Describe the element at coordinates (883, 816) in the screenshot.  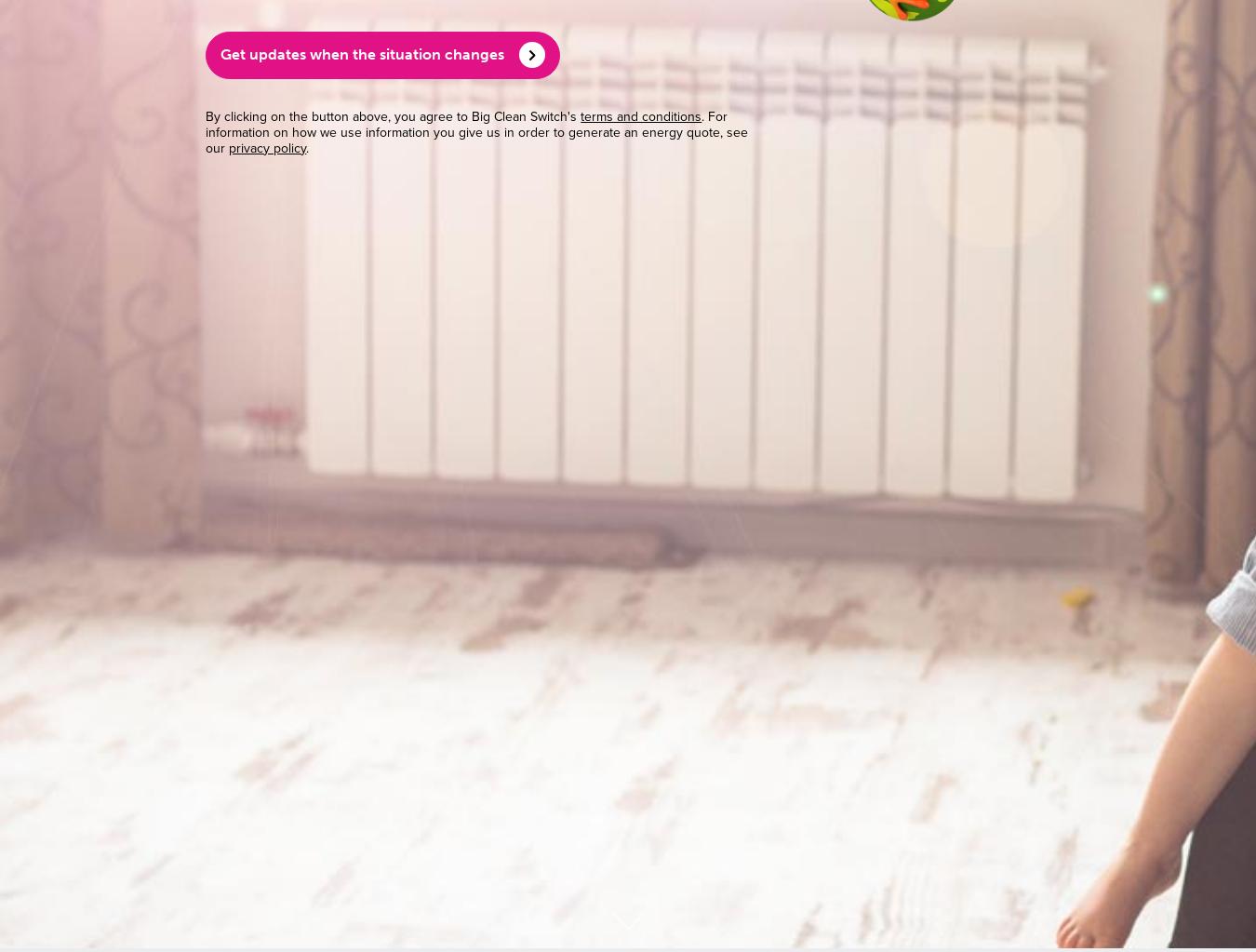
I see `'Design'` at that location.